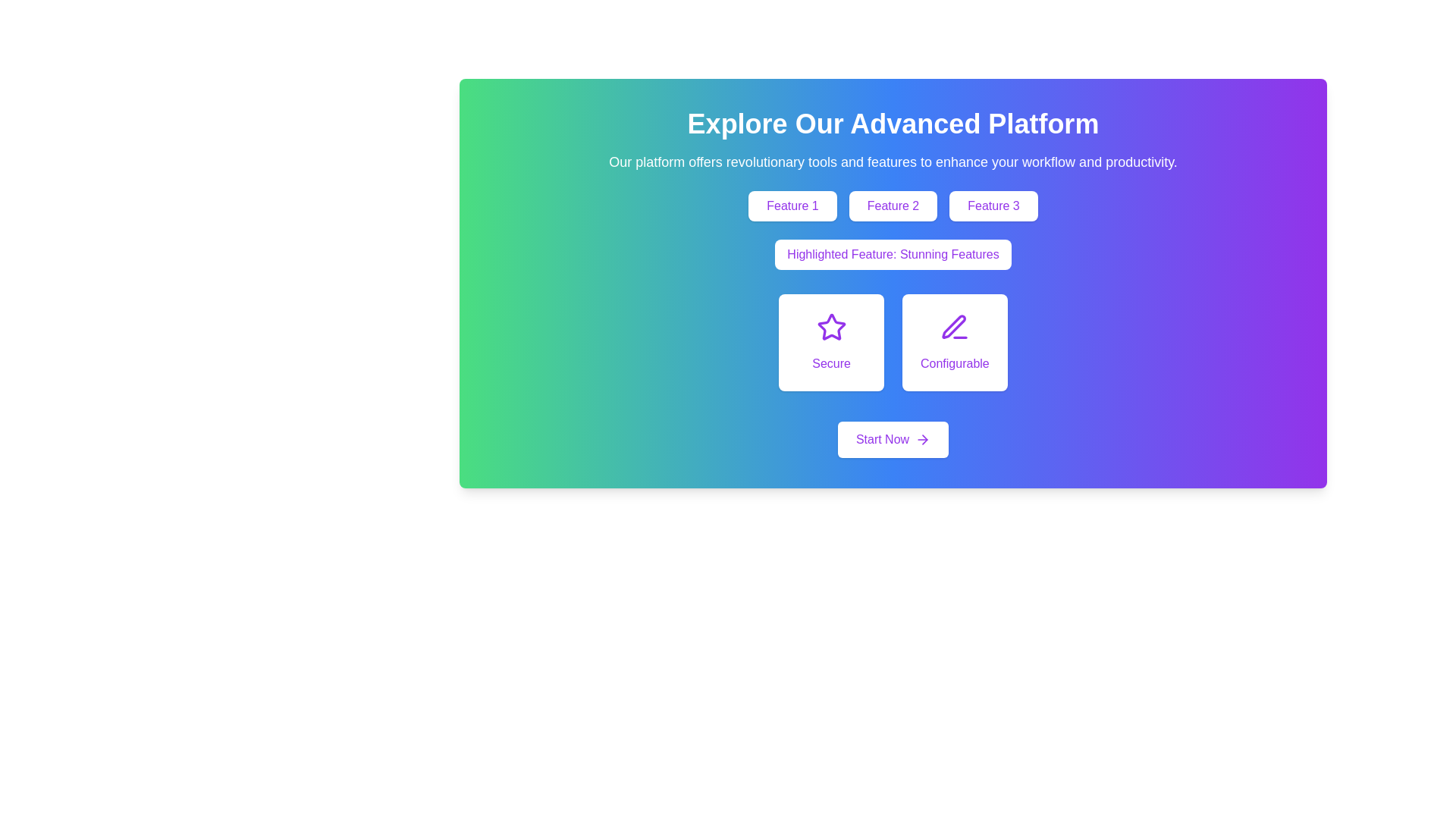  I want to click on the purple arrow-like graphical icon located within the SVG group that follows the 'Start Now' text at the bottom center of the interface, so click(924, 439).